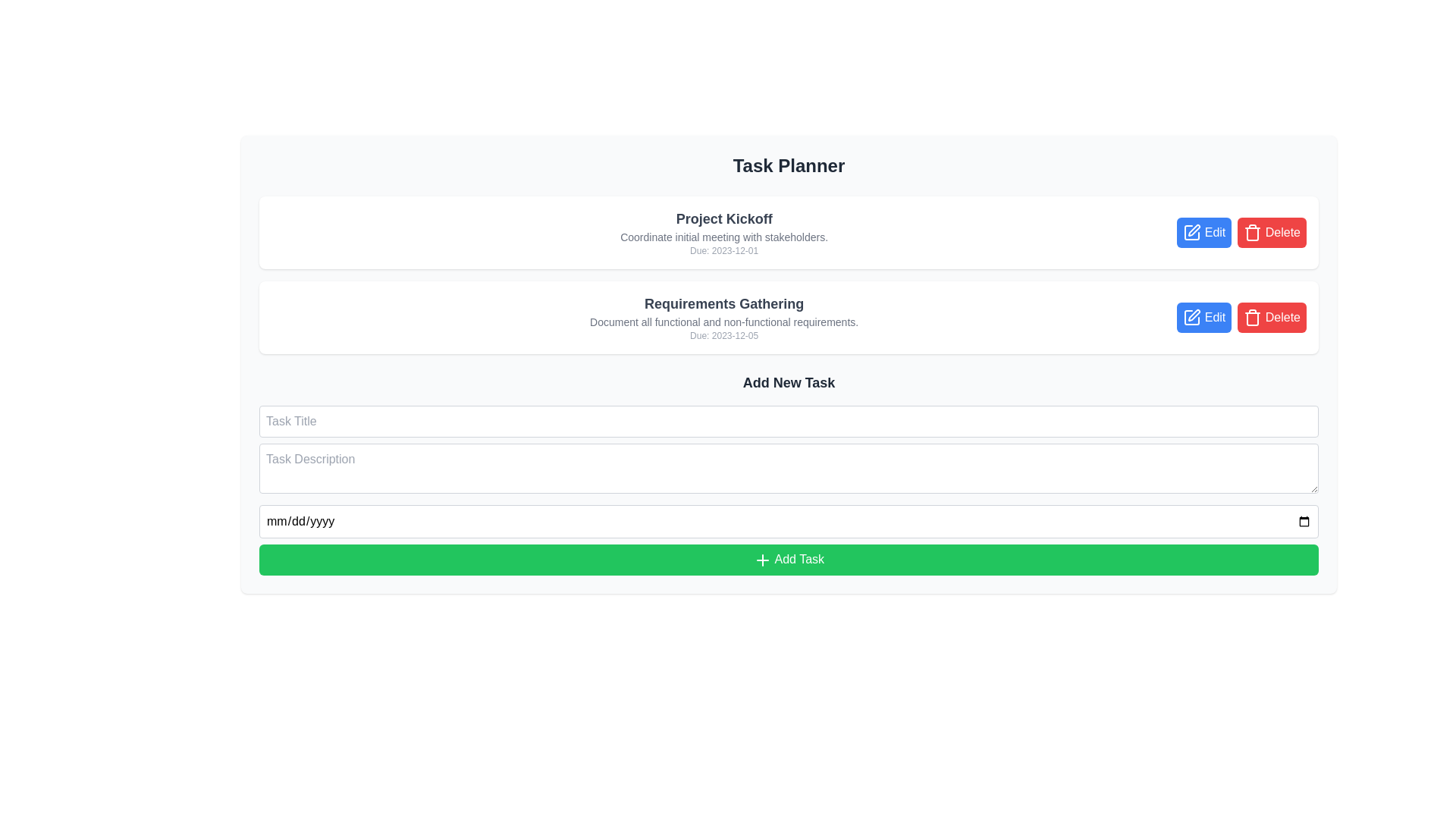 This screenshot has height=819, width=1456. I want to click on the blue 'Edit' button with a pencil icon to initiate the edit functionality, so click(1203, 315).